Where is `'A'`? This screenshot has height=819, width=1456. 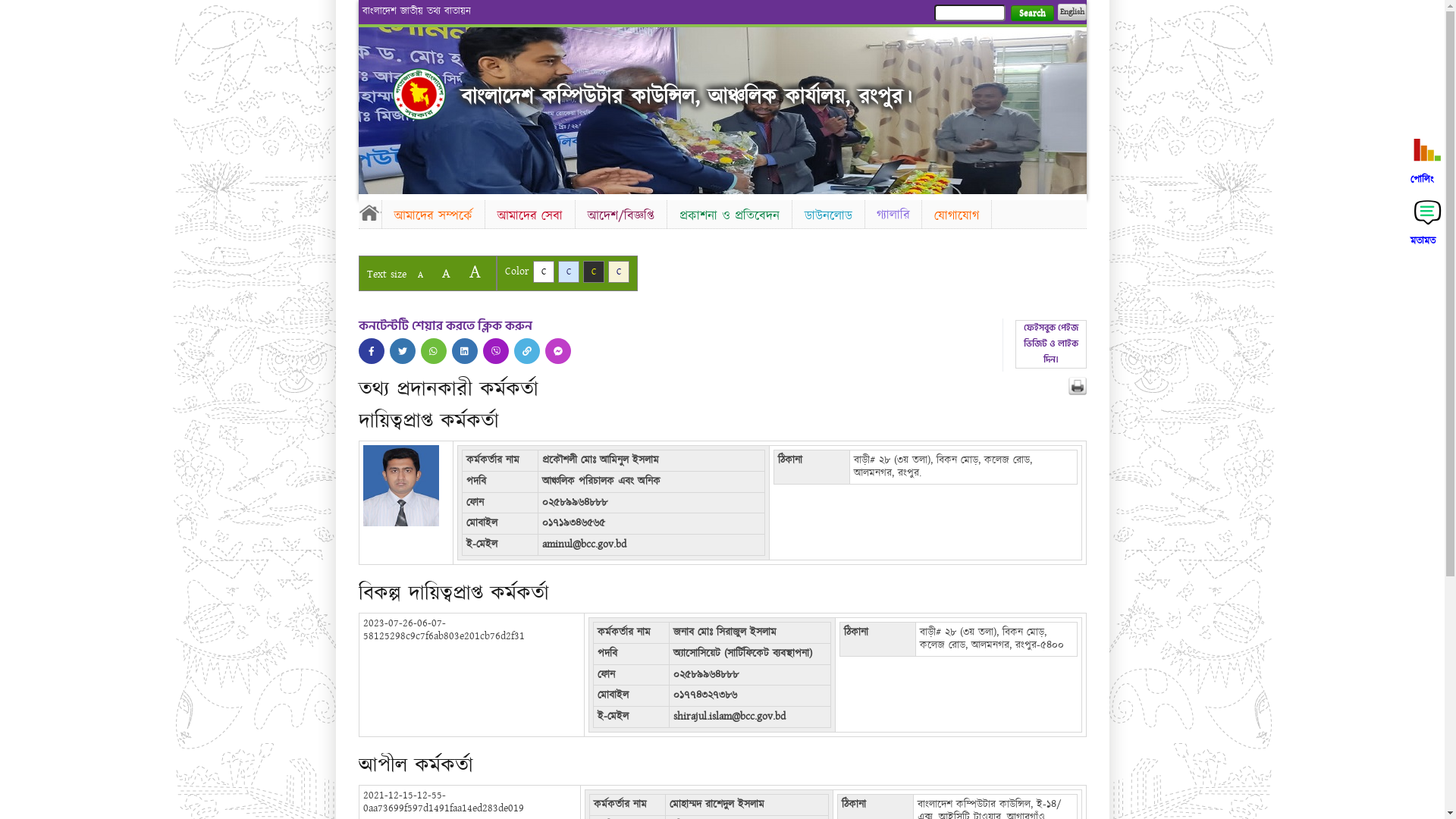 'A' is located at coordinates (419, 275).